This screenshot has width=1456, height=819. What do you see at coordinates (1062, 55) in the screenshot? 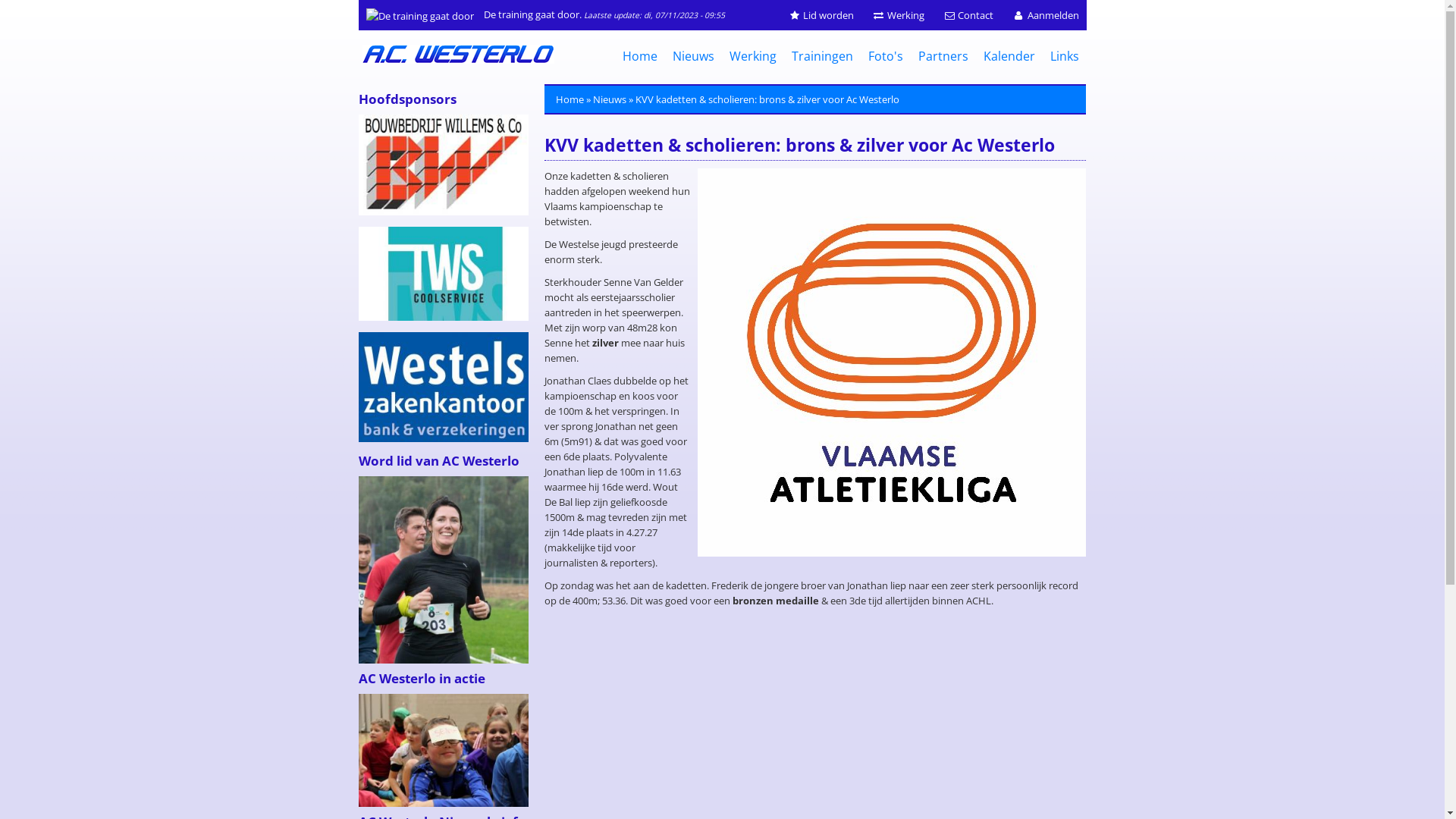
I see `'Links'` at bounding box center [1062, 55].